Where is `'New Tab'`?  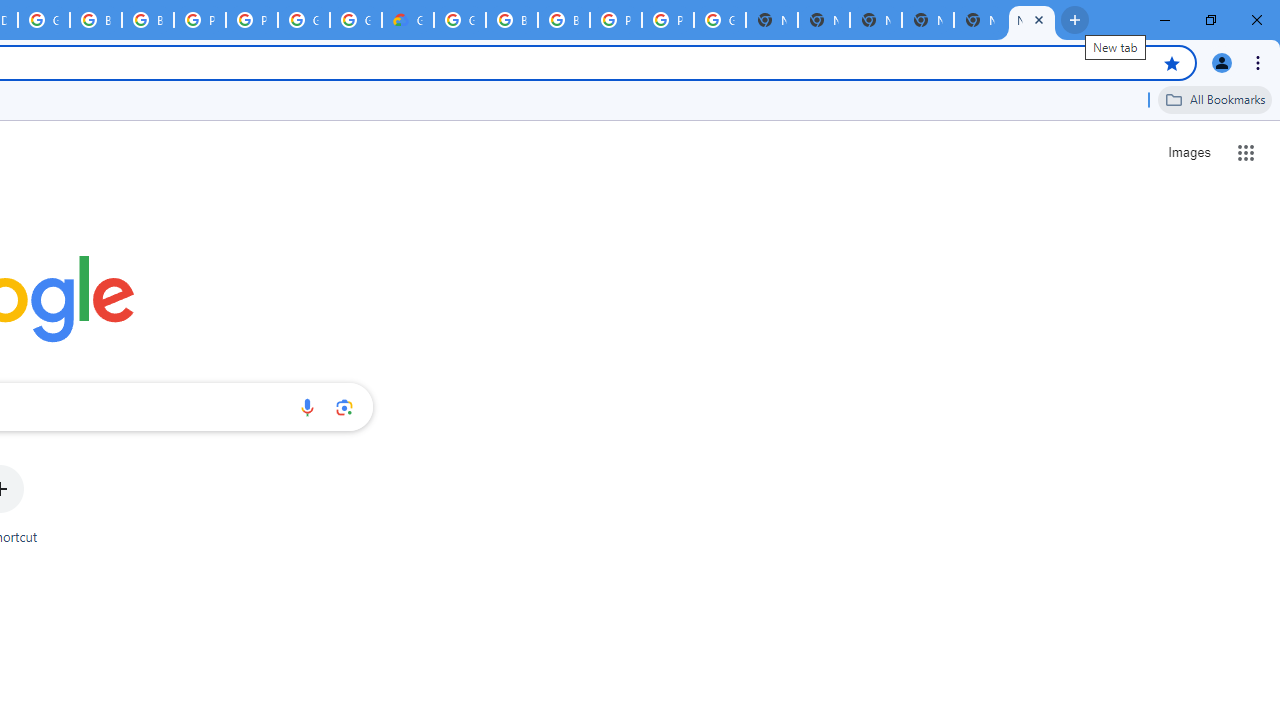 'New Tab' is located at coordinates (1032, 20).